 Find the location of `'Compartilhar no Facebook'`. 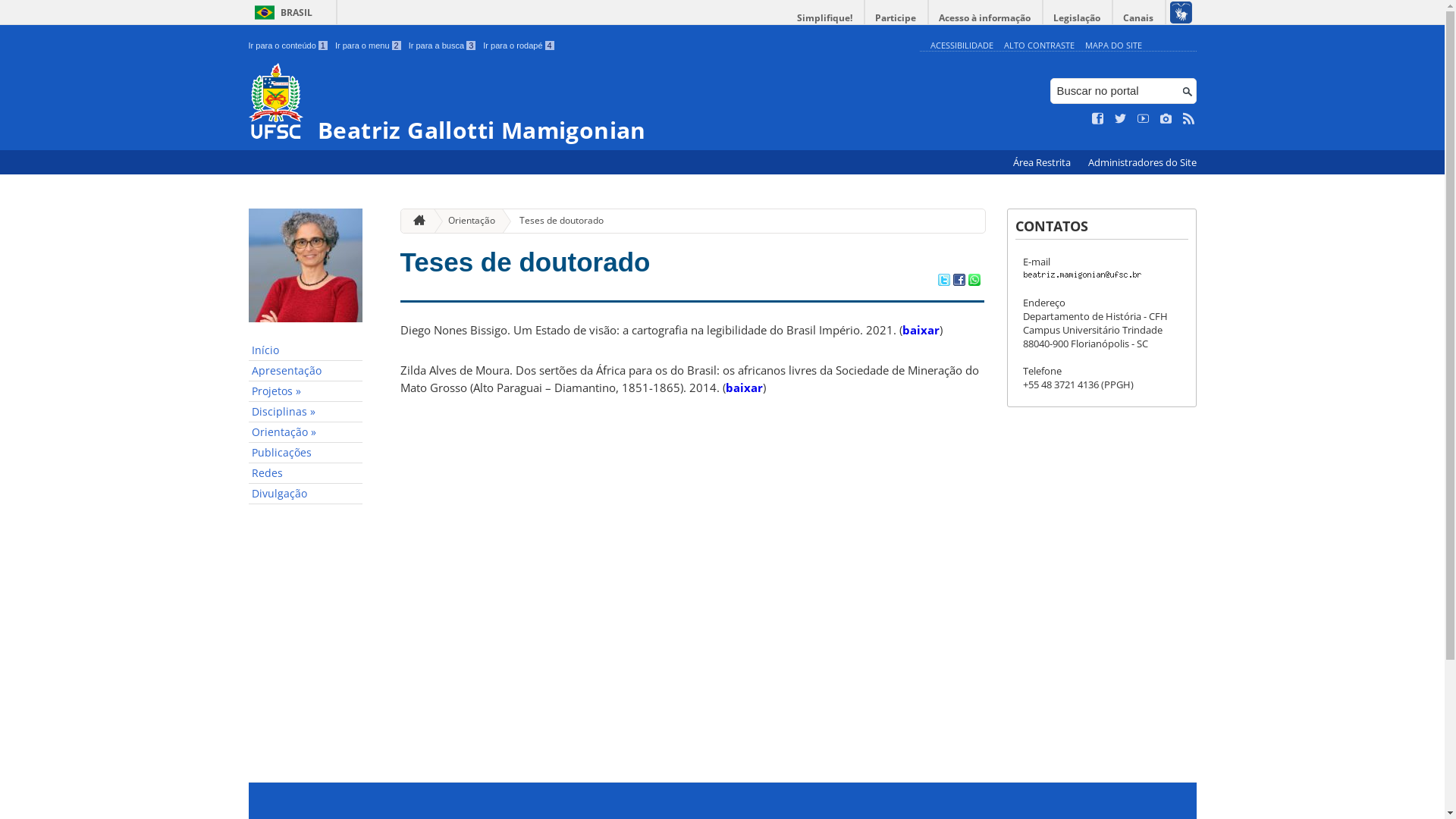

'Compartilhar no Facebook' is located at coordinates (957, 281).